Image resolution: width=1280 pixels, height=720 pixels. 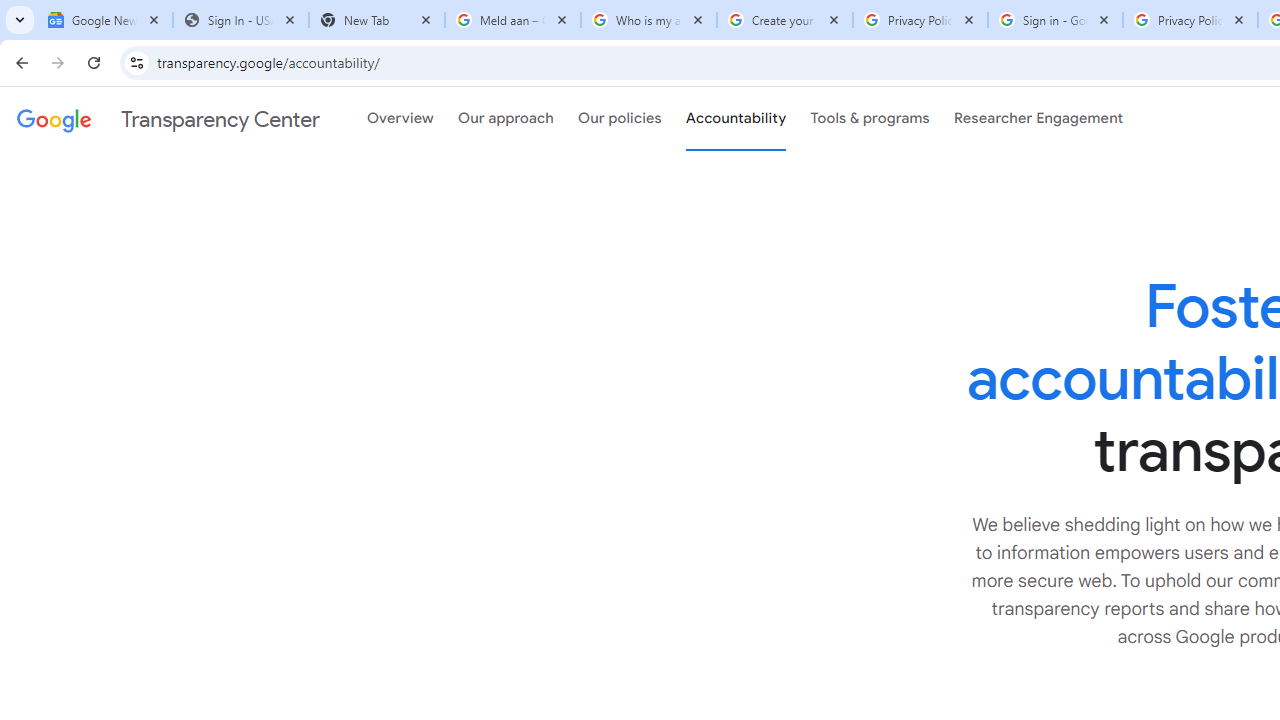 I want to click on 'Researcher Engagement', so click(x=1038, y=119).